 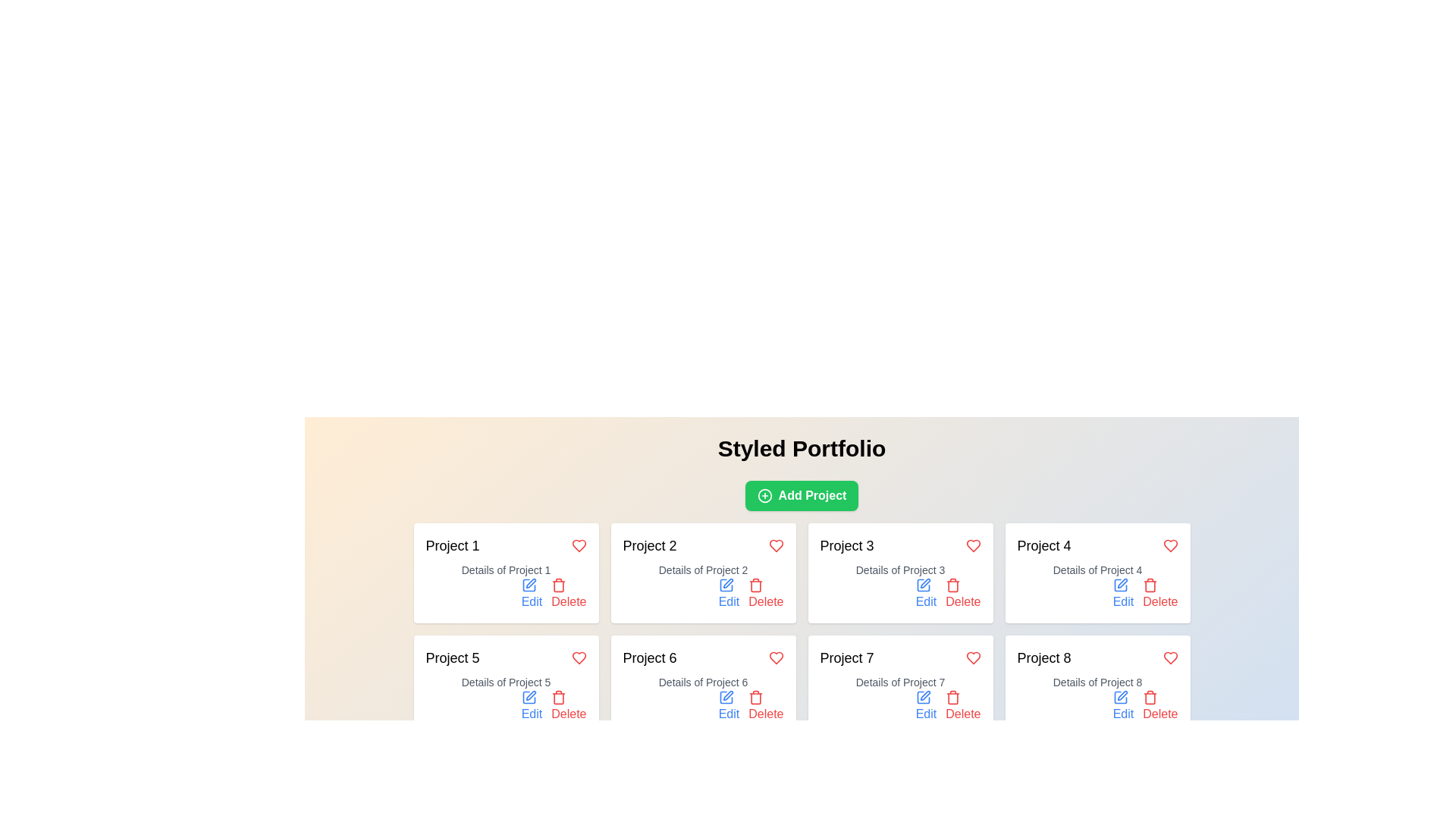 I want to click on the edit action icon located in the third card of the first row, positioned above the 'Edit' text, so click(x=924, y=582).